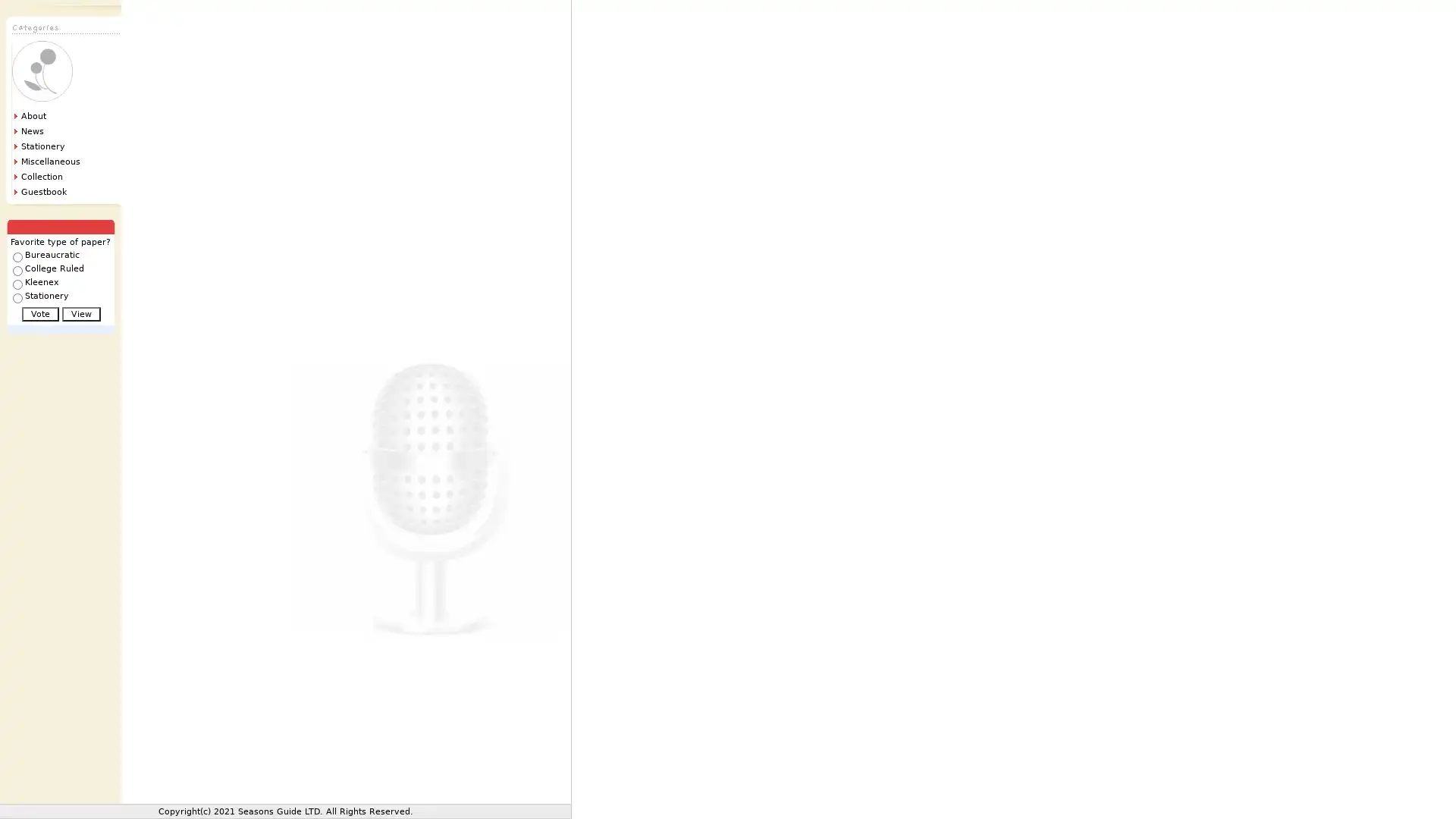  What do you see at coordinates (80, 313) in the screenshot?
I see `View` at bounding box center [80, 313].